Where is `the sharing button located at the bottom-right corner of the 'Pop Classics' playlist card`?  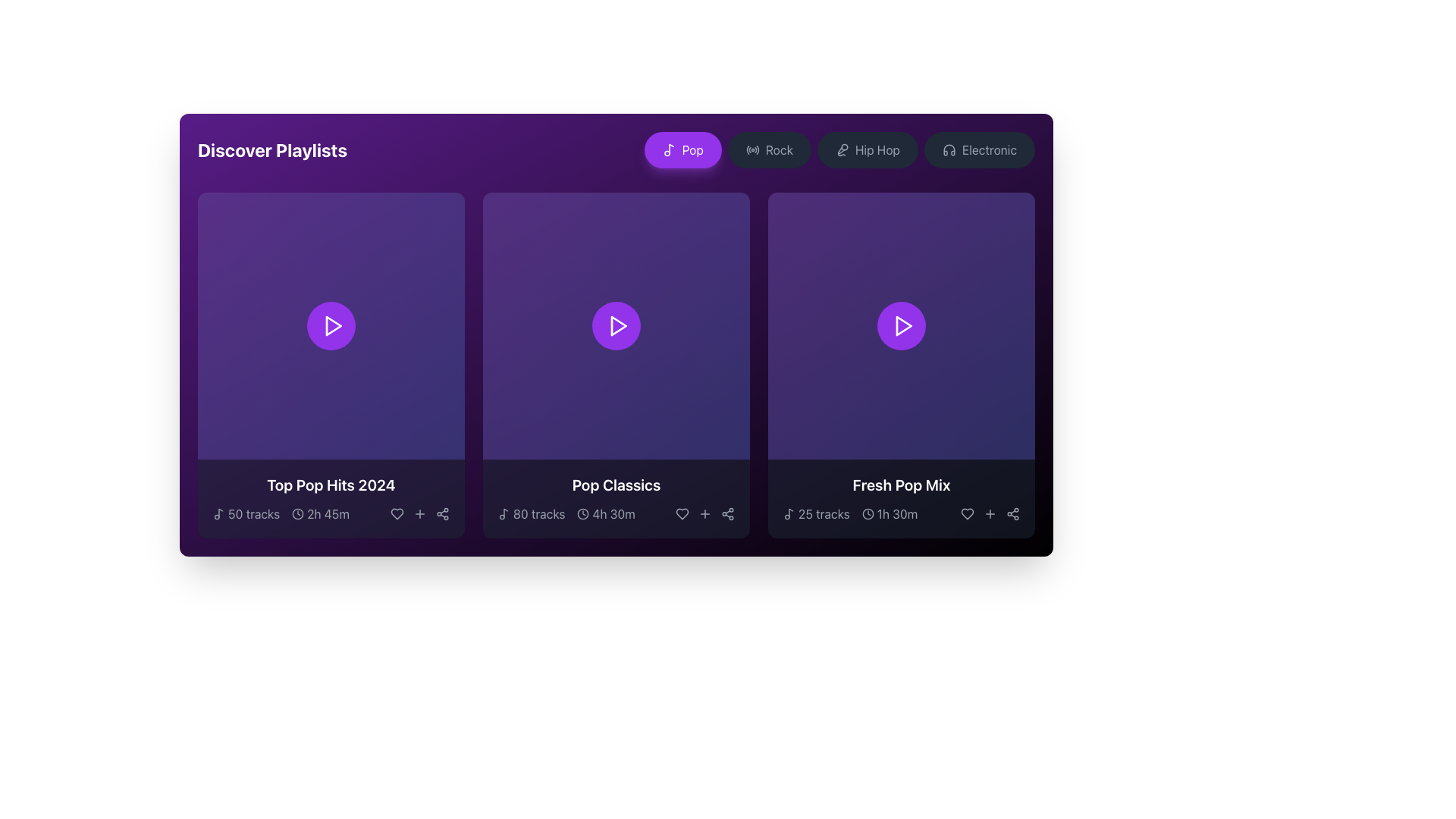
the sharing button located at the bottom-right corner of the 'Pop Classics' playlist card is located at coordinates (728, 513).